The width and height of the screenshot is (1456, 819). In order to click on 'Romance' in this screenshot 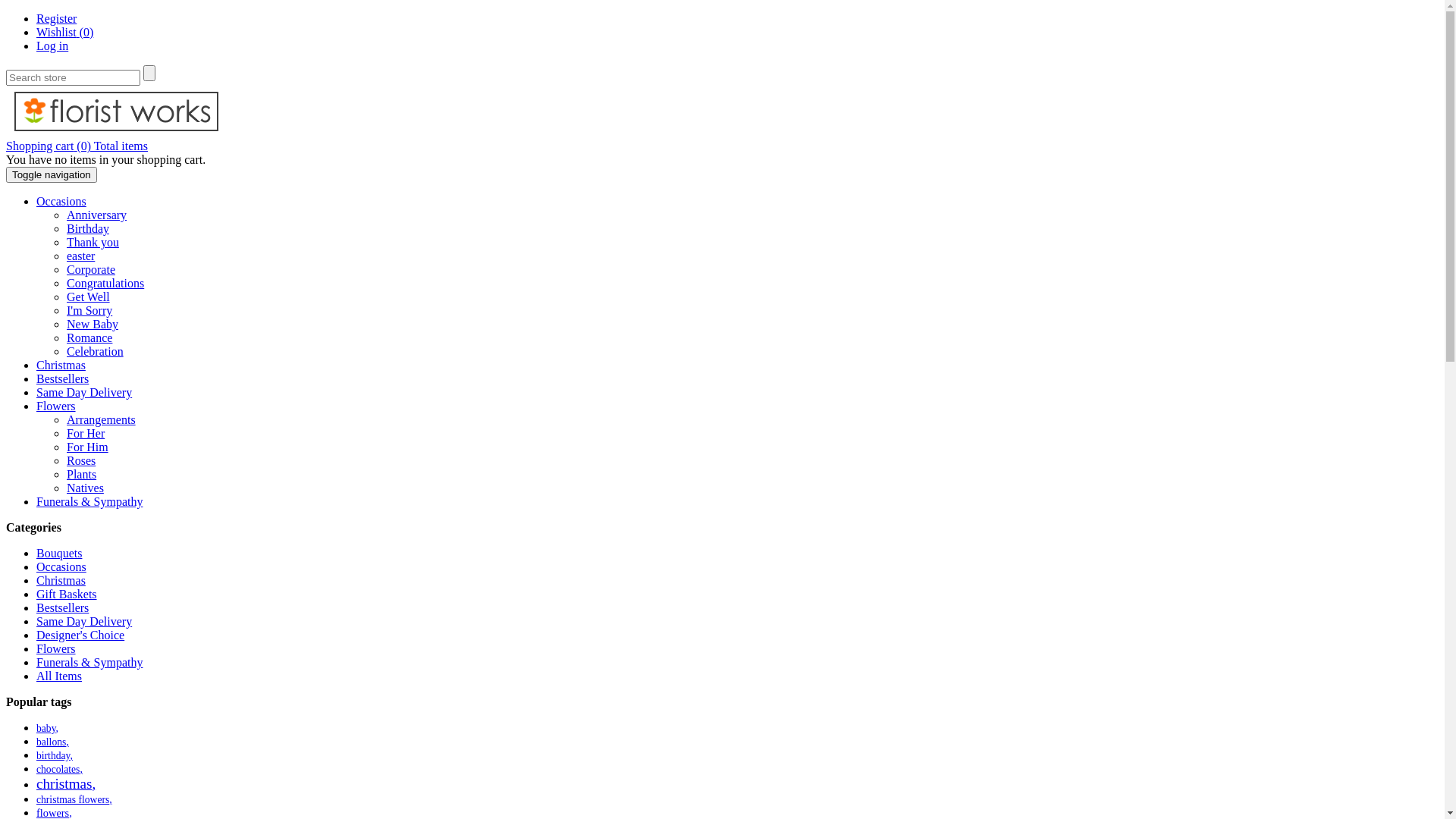, I will do `click(89, 337)`.